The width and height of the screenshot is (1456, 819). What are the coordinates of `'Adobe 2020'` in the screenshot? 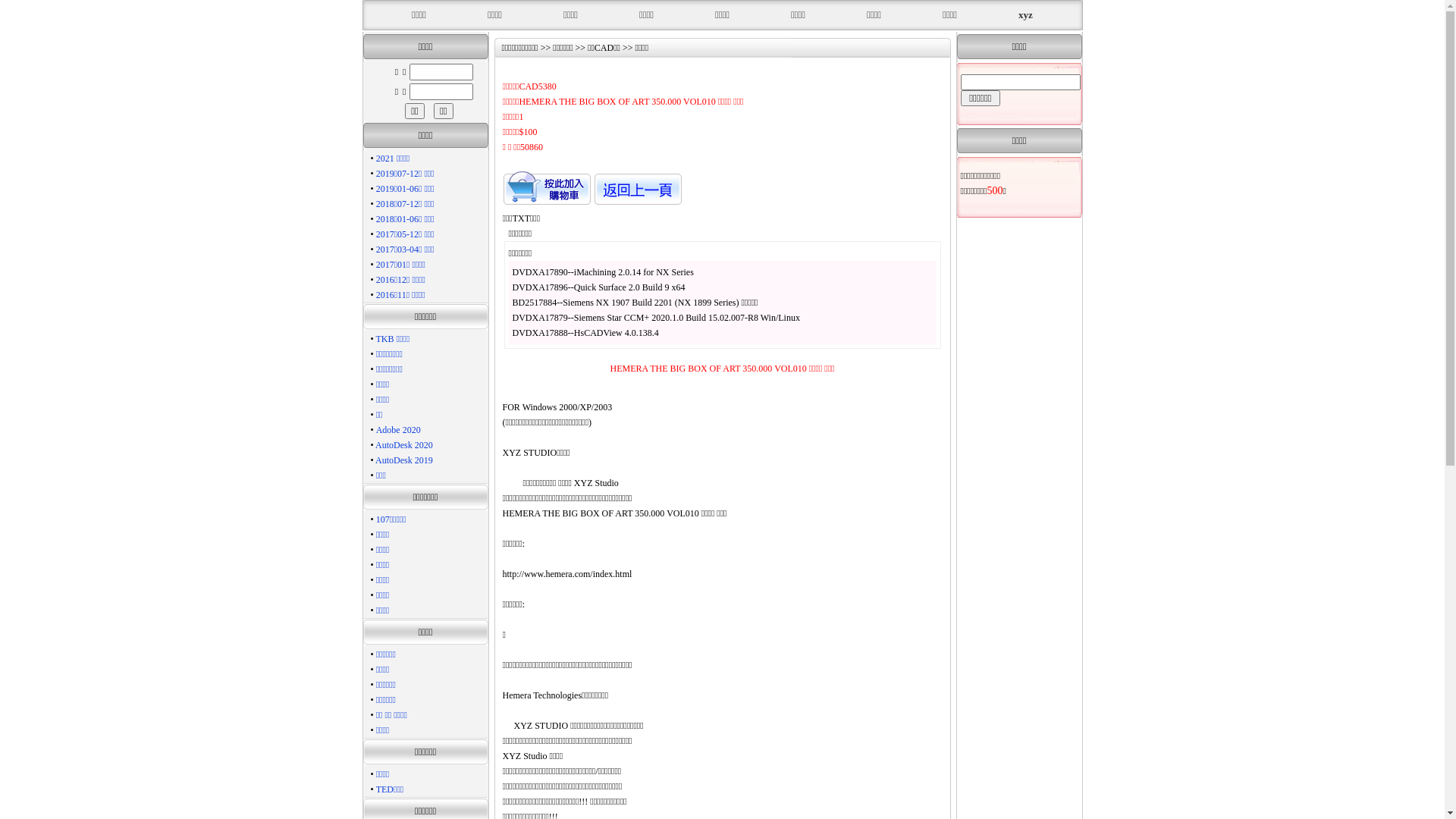 It's located at (398, 430).